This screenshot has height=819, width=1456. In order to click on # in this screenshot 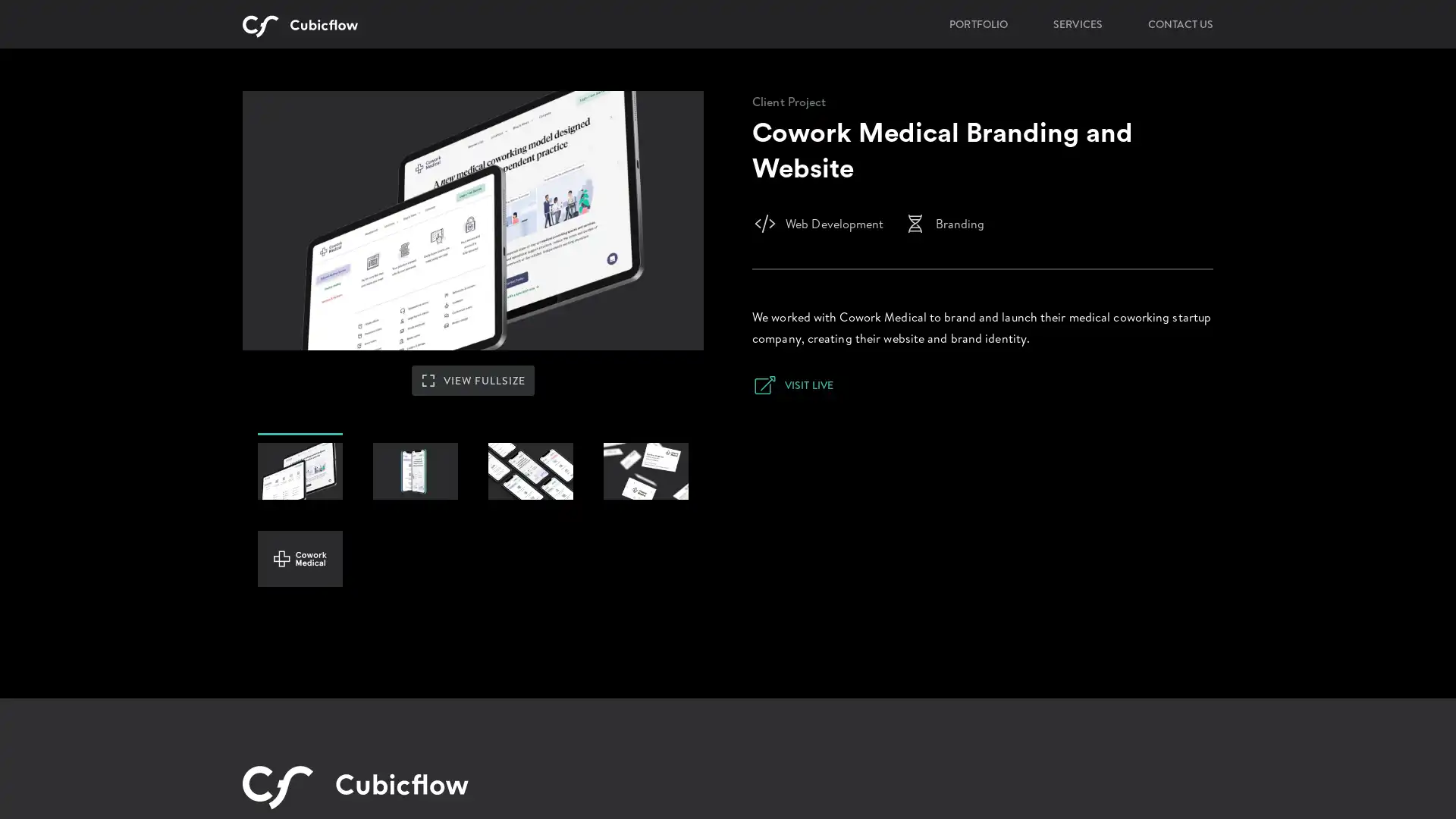, I will do `click(415, 522)`.